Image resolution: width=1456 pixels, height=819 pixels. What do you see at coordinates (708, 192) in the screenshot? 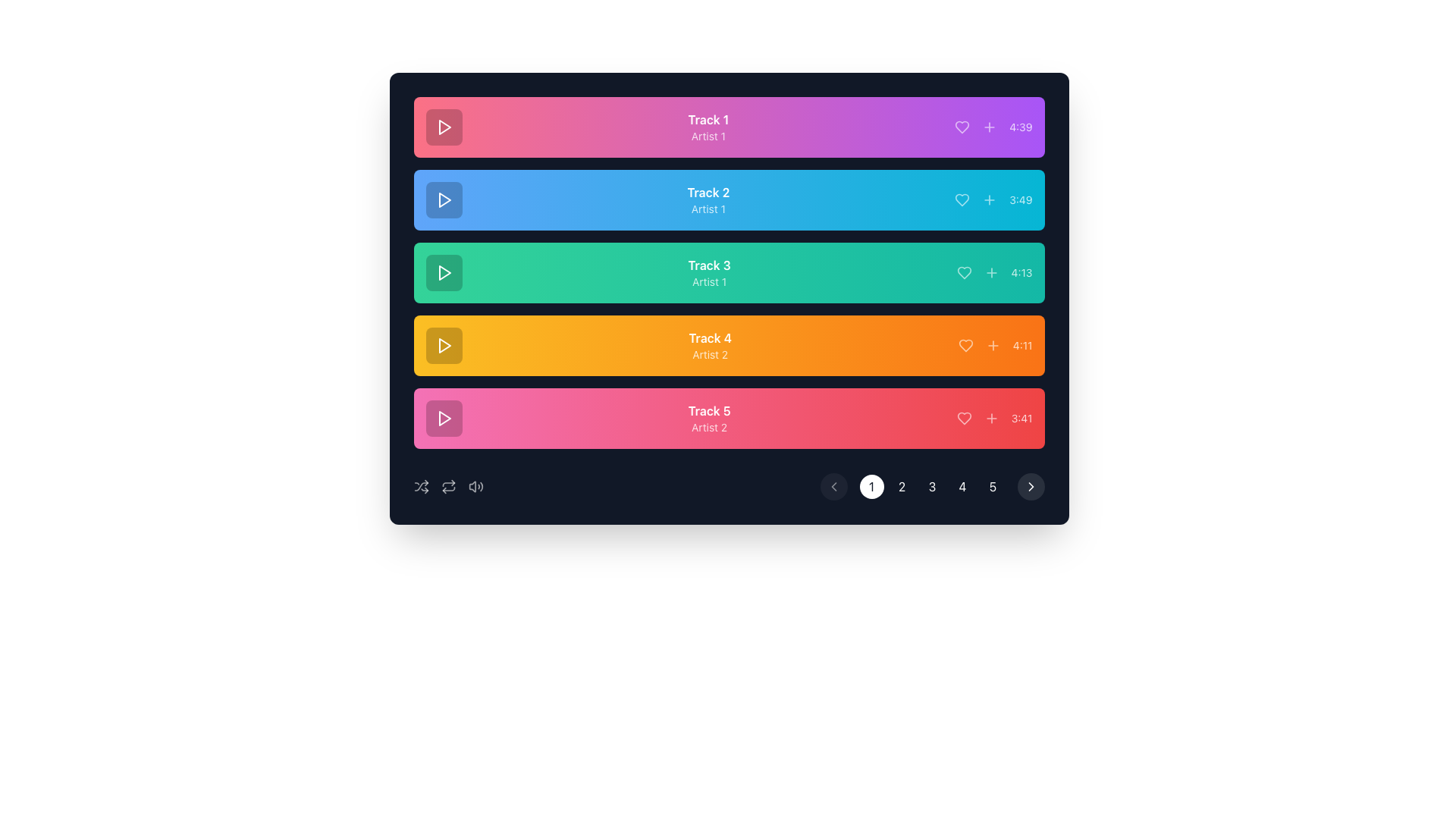
I see `the text label 'Track 2', which is displayed in bold white font on a gradient blue background, aligned to the left side of its horizontal bar` at bounding box center [708, 192].